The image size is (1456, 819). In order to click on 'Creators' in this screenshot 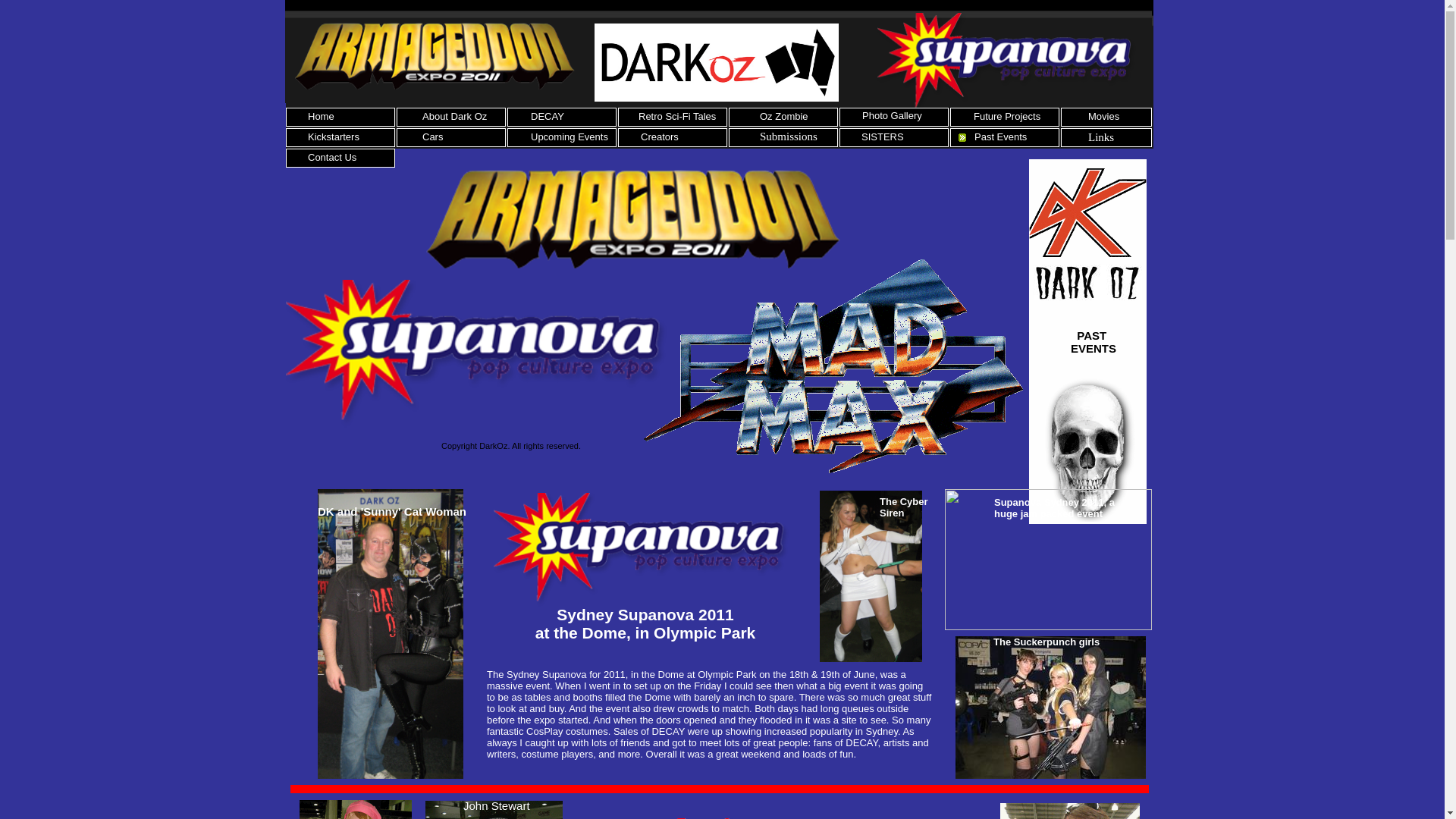, I will do `click(640, 136)`.